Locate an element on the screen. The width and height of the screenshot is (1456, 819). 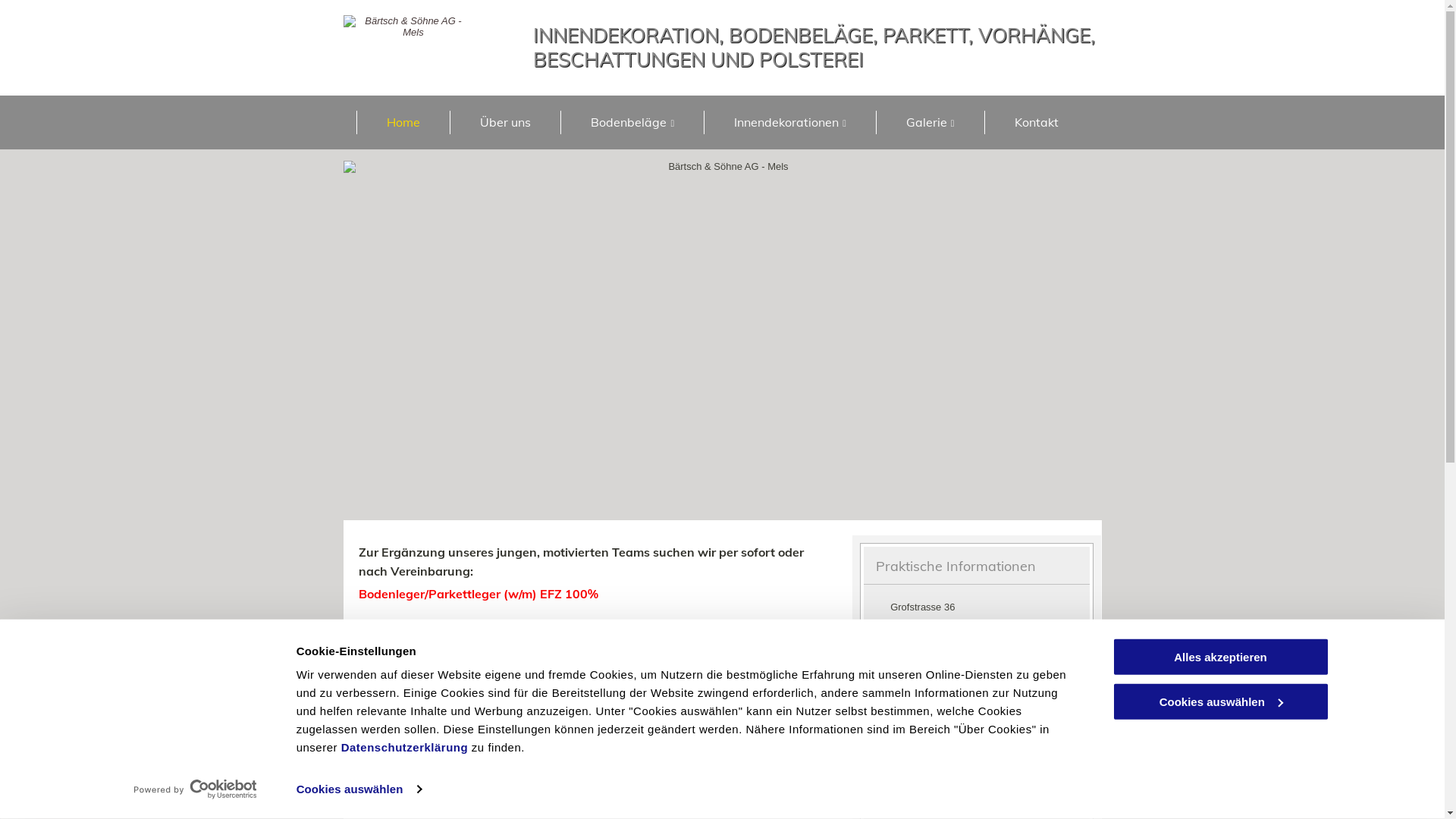
'Kontaktaufnahme' is located at coordinates (648, 735).